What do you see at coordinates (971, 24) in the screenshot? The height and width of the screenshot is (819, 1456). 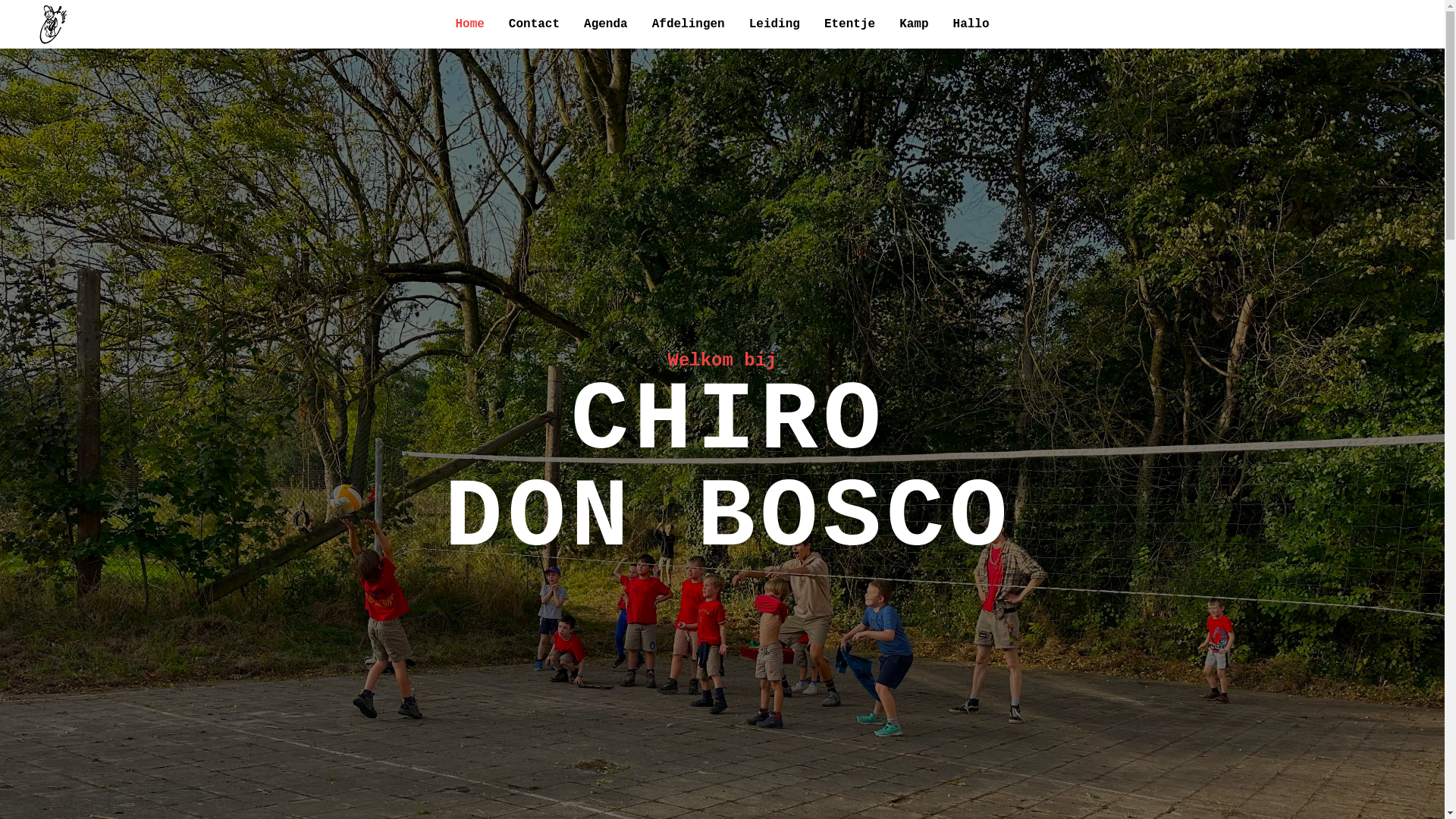 I see `'Hallo'` at bounding box center [971, 24].